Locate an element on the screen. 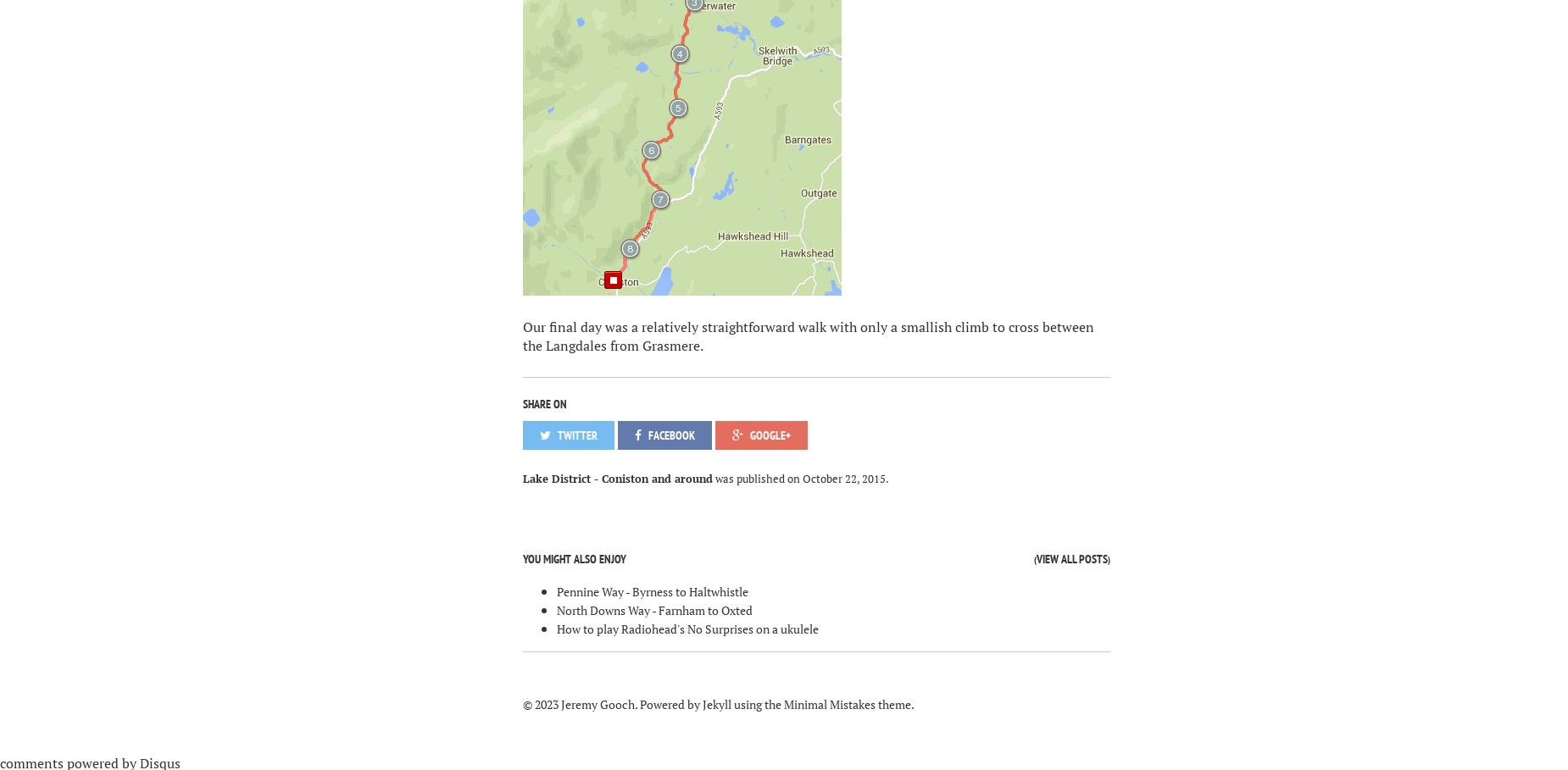  'was published on' is located at coordinates (756, 477).